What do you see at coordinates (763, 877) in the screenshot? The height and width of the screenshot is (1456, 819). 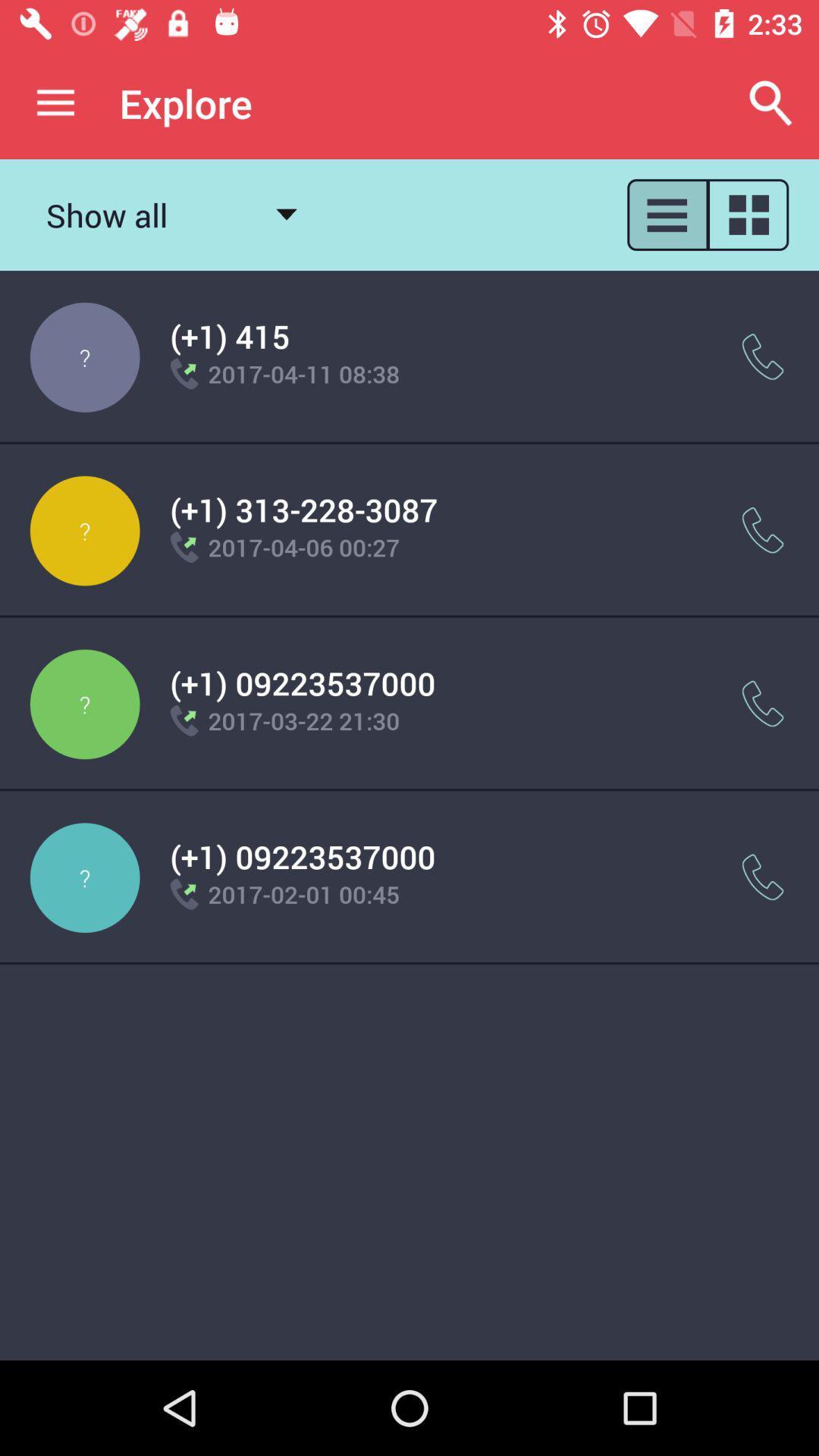 I see `the item to the right of (+1) 09223537000 item` at bounding box center [763, 877].